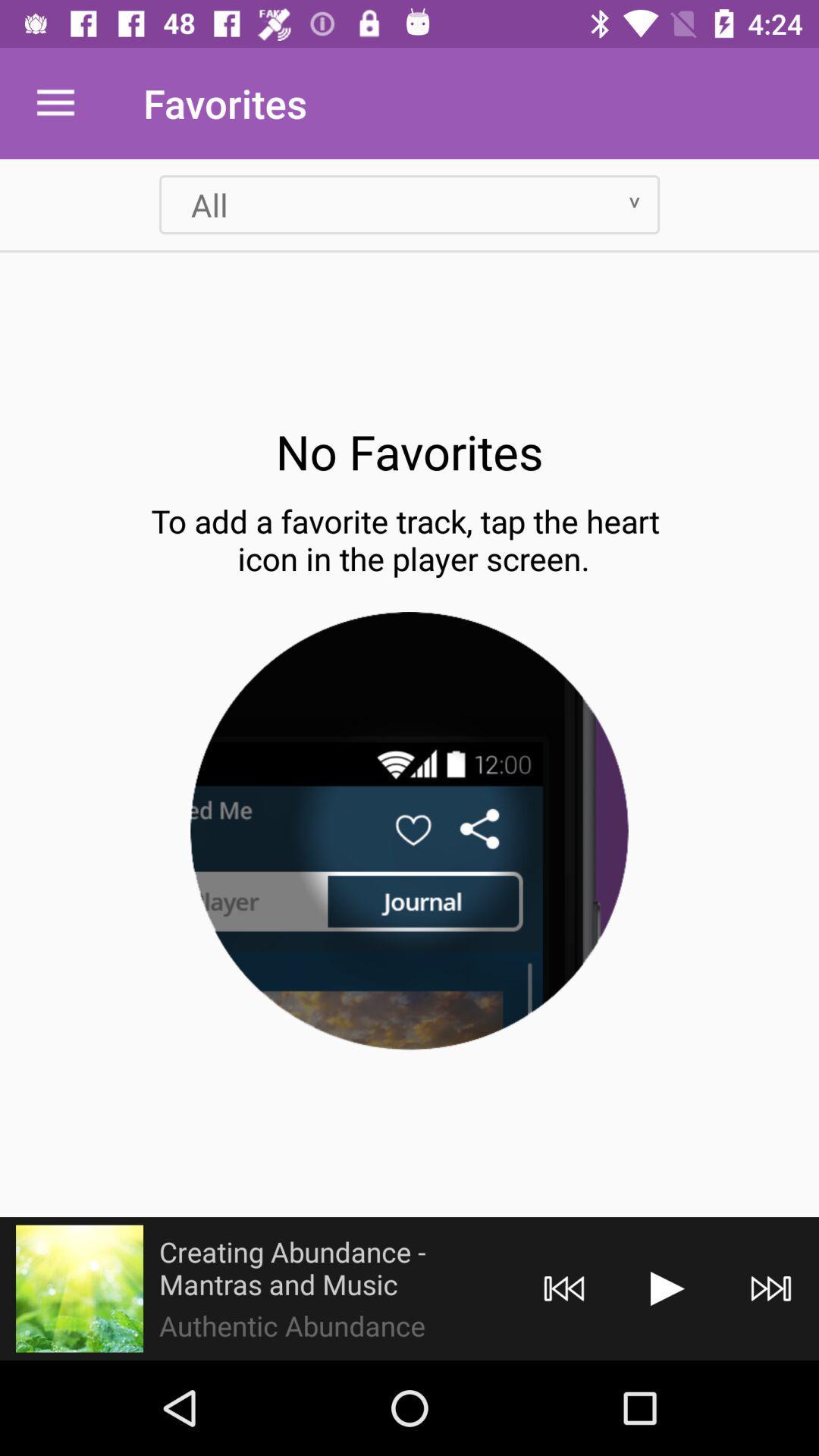 The width and height of the screenshot is (819, 1456). Describe the element at coordinates (564, 1288) in the screenshot. I see `rewind` at that location.